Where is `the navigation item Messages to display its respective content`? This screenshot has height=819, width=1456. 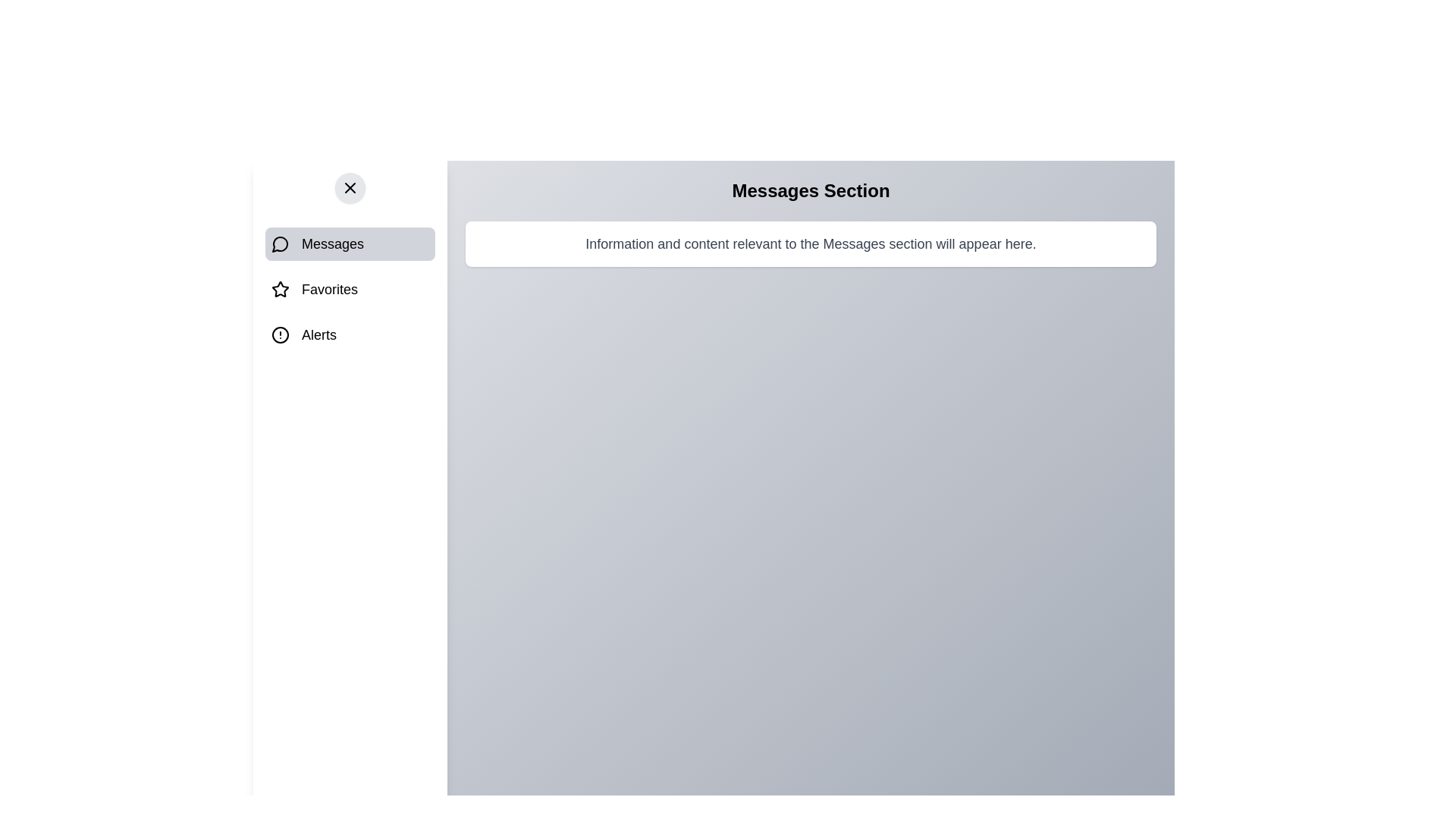 the navigation item Messages to display its respective content is located at coordinates (349, 243).